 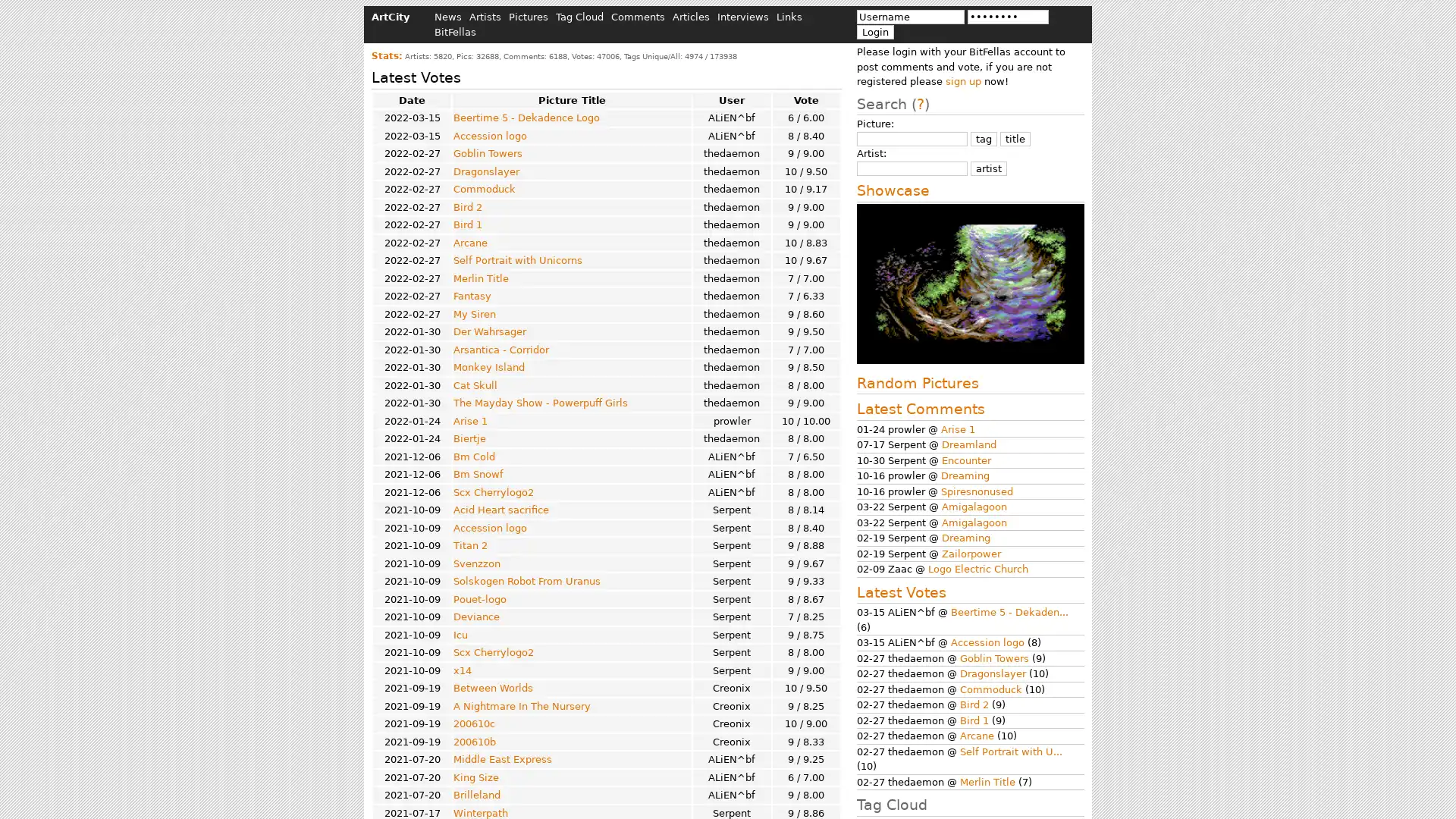 I want to click on title, so click(x=1015, y=138).